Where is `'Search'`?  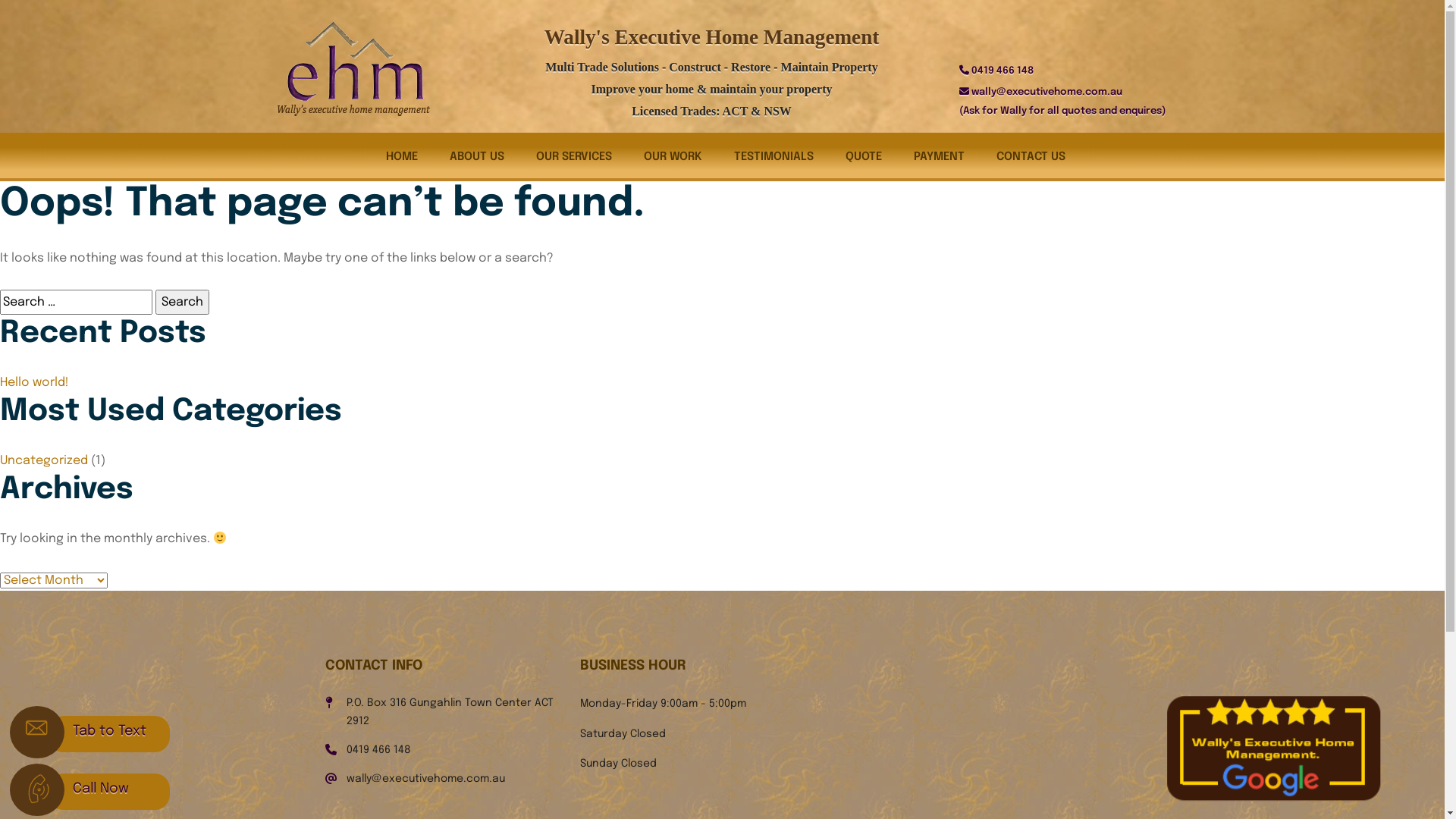 'Search' is located at coordinates (182, 302).